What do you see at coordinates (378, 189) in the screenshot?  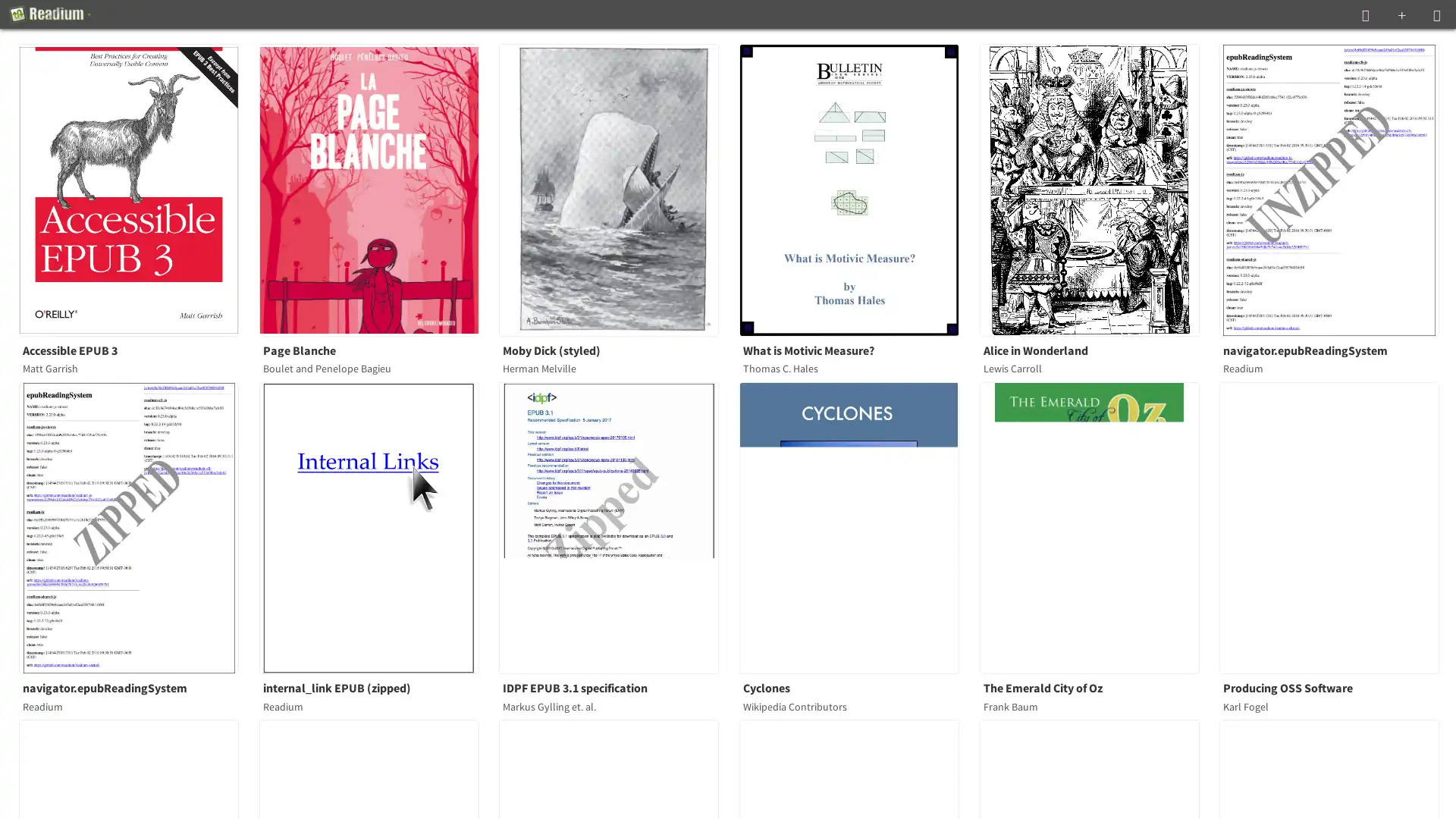 I see `(2) Page Blanche` at bounding box center [378, 189].